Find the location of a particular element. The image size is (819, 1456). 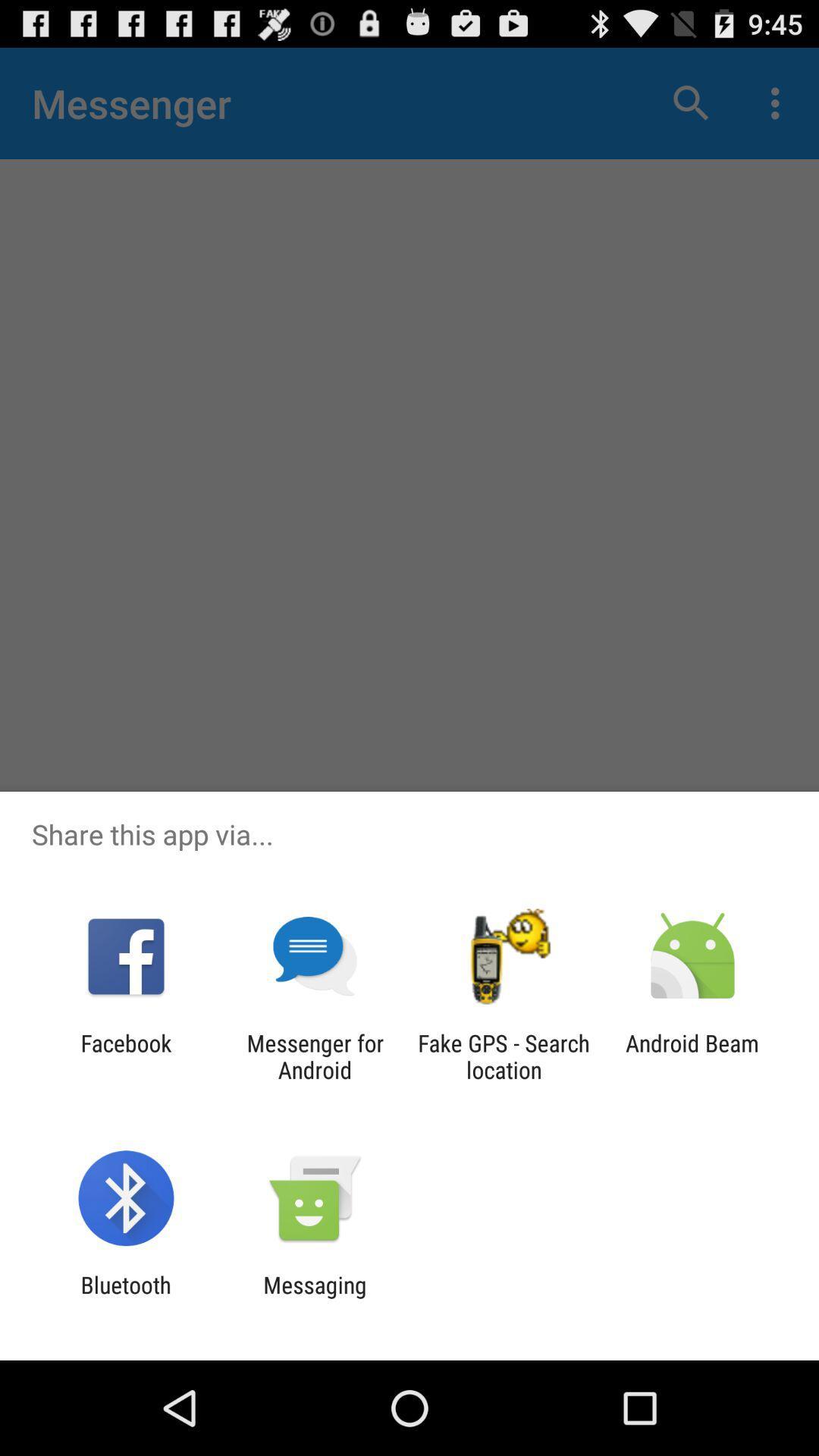

the android beam app is located at coordinates (692, 1056).